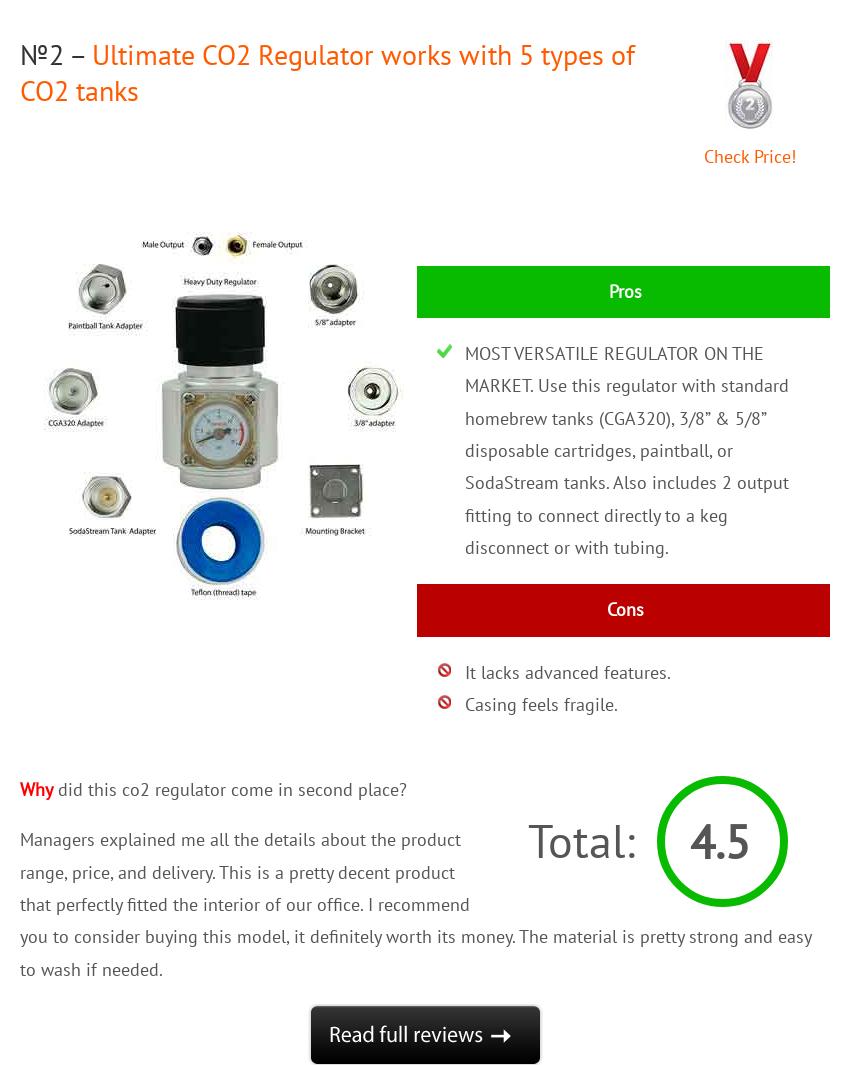 The image size is (850, 1065). I want to click on '4.5', so click(719, 841).